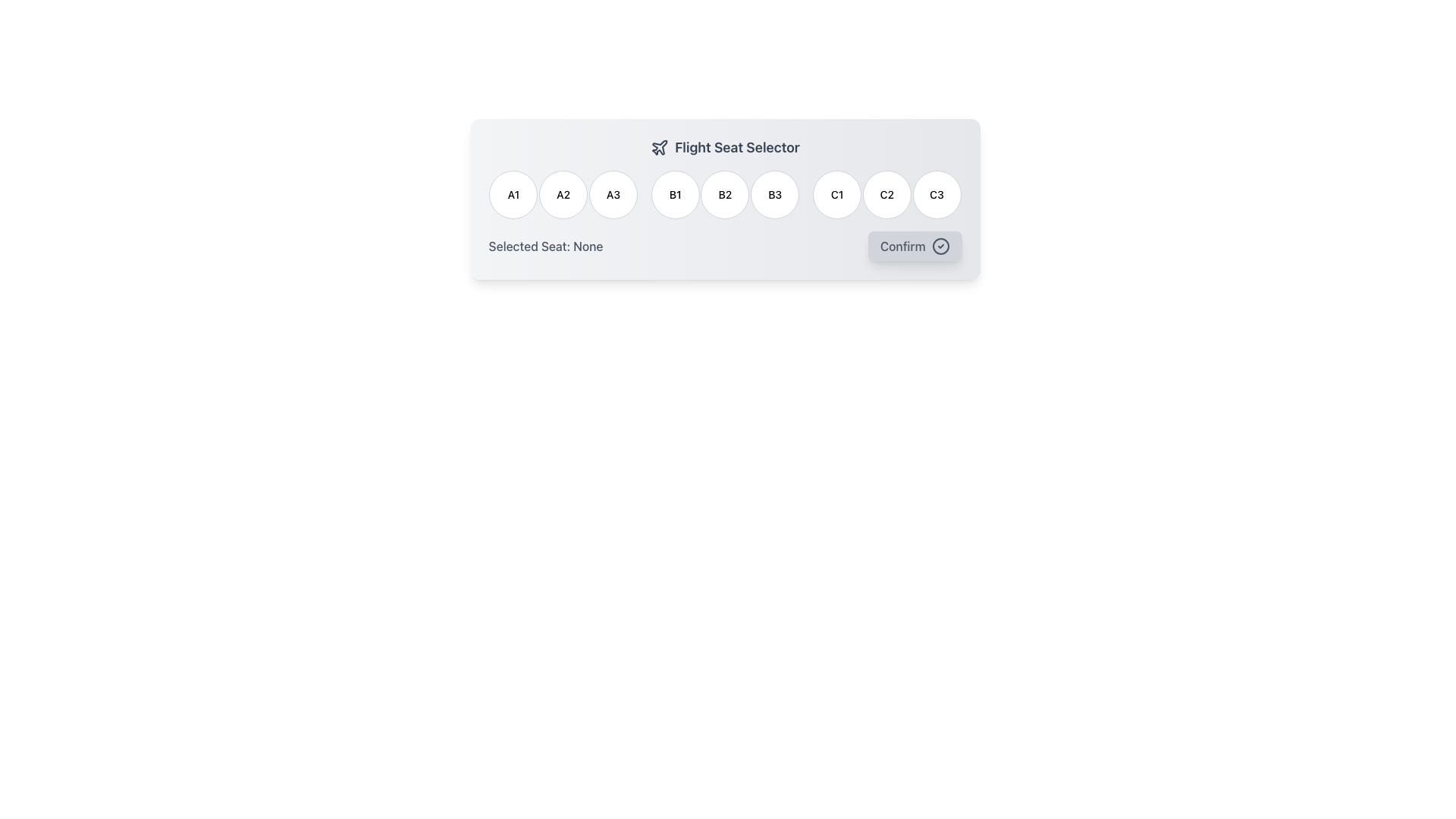 The image size is (1456, 819). I want to click on the 'A2' seat selection button in the flight seat selector interface, so click(563, 194).